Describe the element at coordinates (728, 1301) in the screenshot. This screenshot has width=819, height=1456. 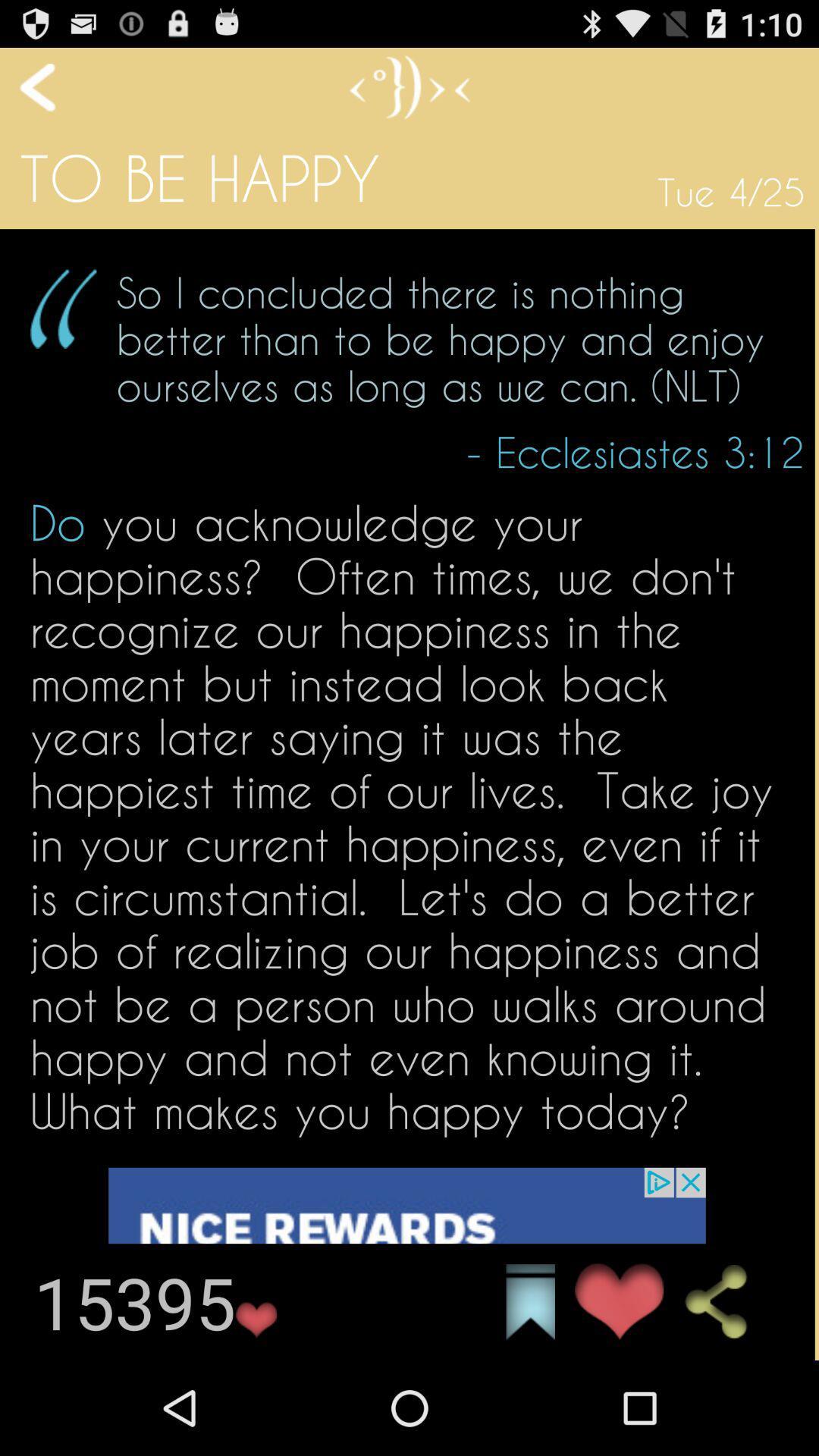
I see `share link` at that location.